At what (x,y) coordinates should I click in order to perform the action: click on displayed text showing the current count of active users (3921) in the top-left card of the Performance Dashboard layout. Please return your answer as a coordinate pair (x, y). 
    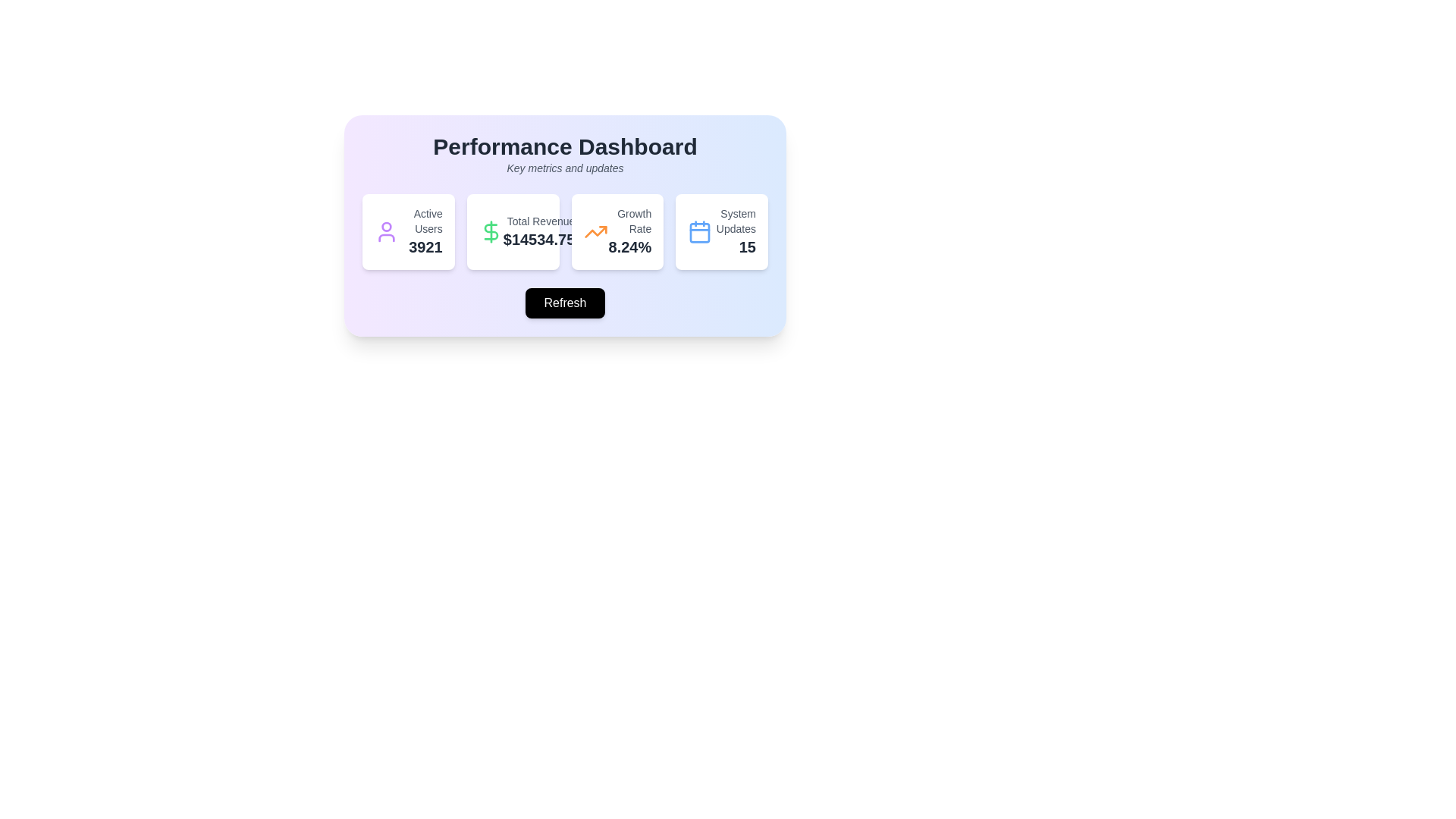
    Looking at the image, I should click on (420, 231).